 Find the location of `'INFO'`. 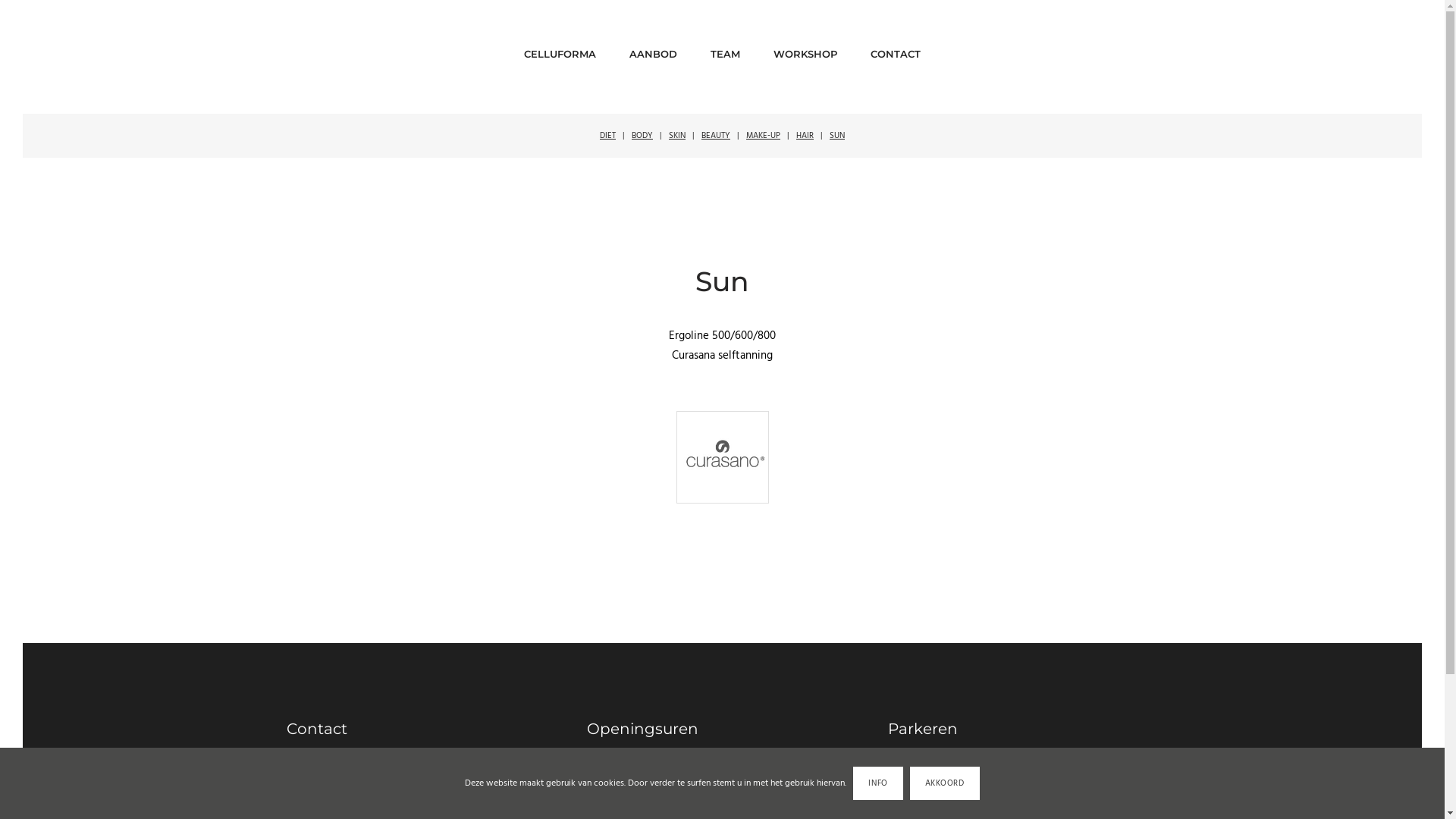

'INFO' is located at coordinates (852, 783).